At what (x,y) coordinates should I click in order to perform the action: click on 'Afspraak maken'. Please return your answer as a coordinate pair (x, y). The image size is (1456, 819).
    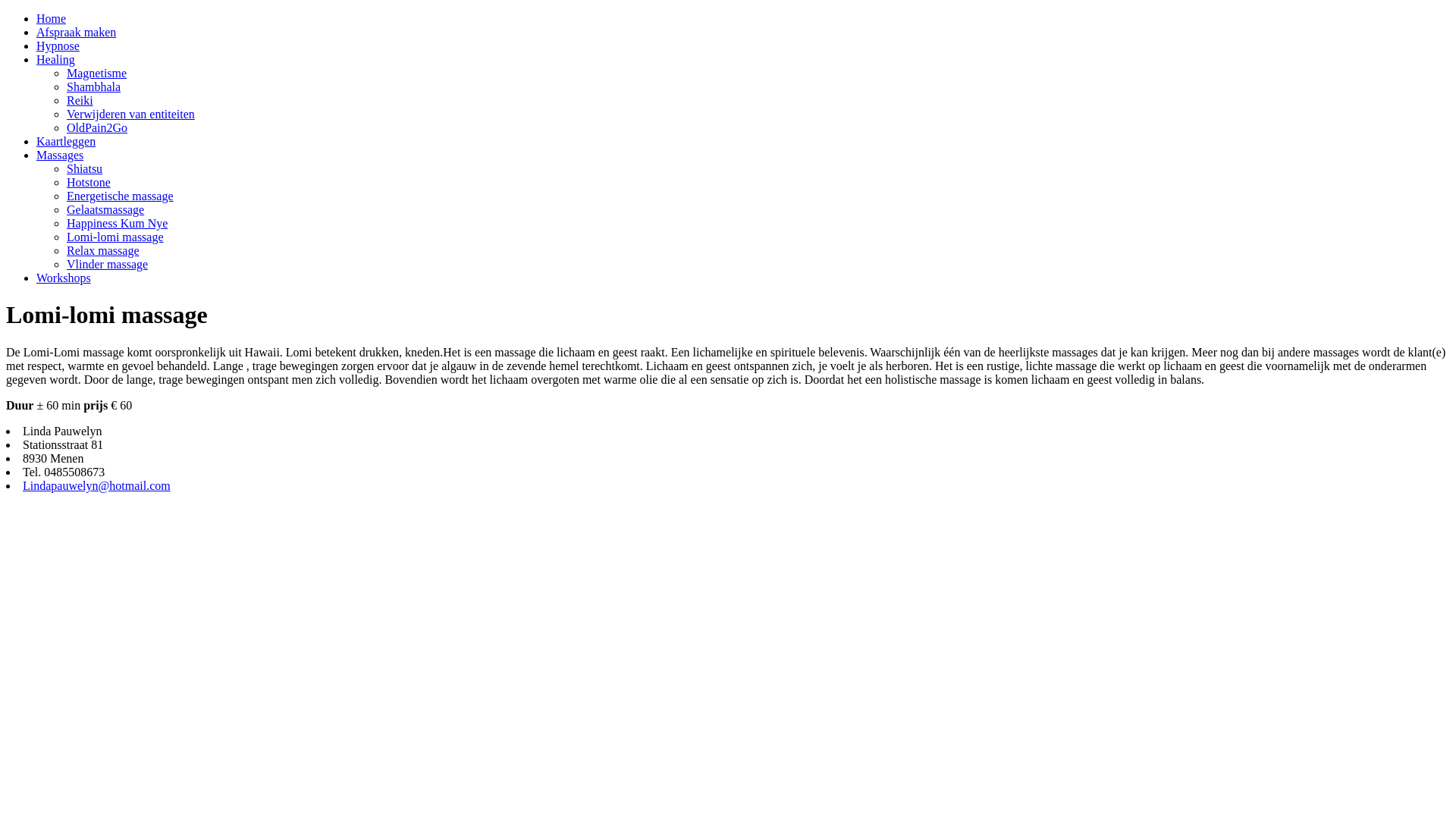
    Looking at the image, I should click on (75, 32).